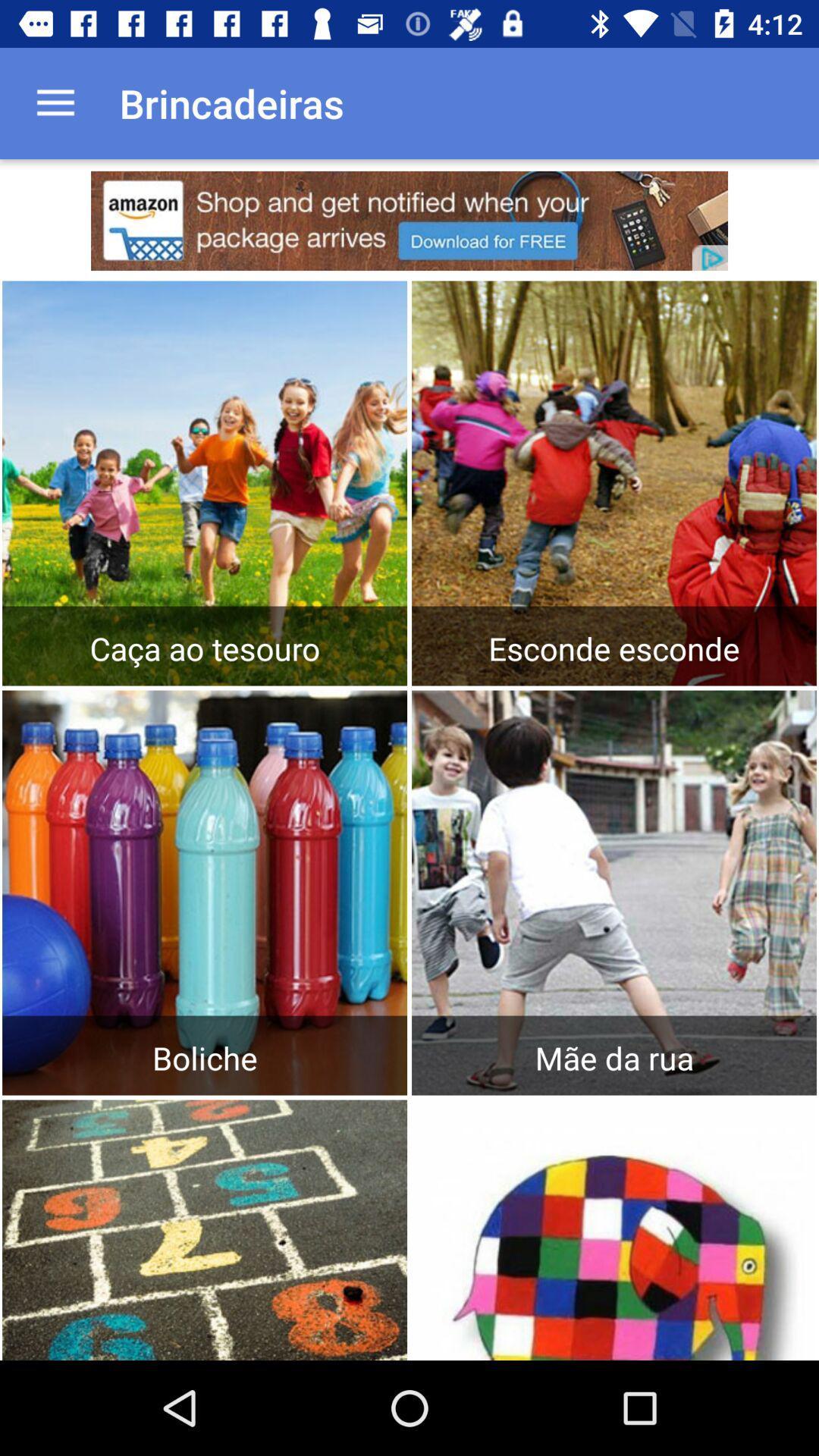  I want to click on click on advertisement, so click(409, 220).